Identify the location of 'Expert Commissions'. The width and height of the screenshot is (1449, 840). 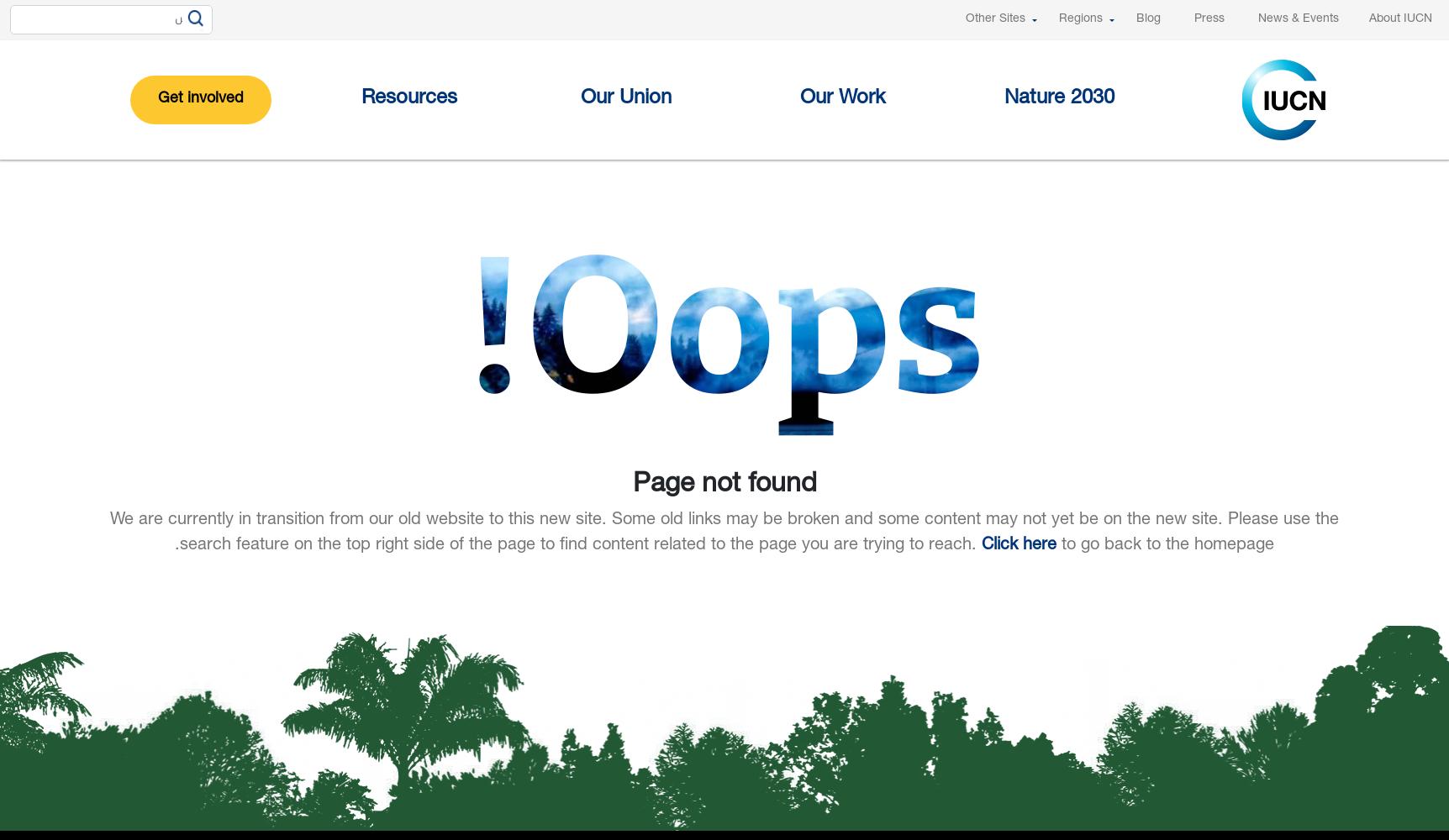
(789, 296).